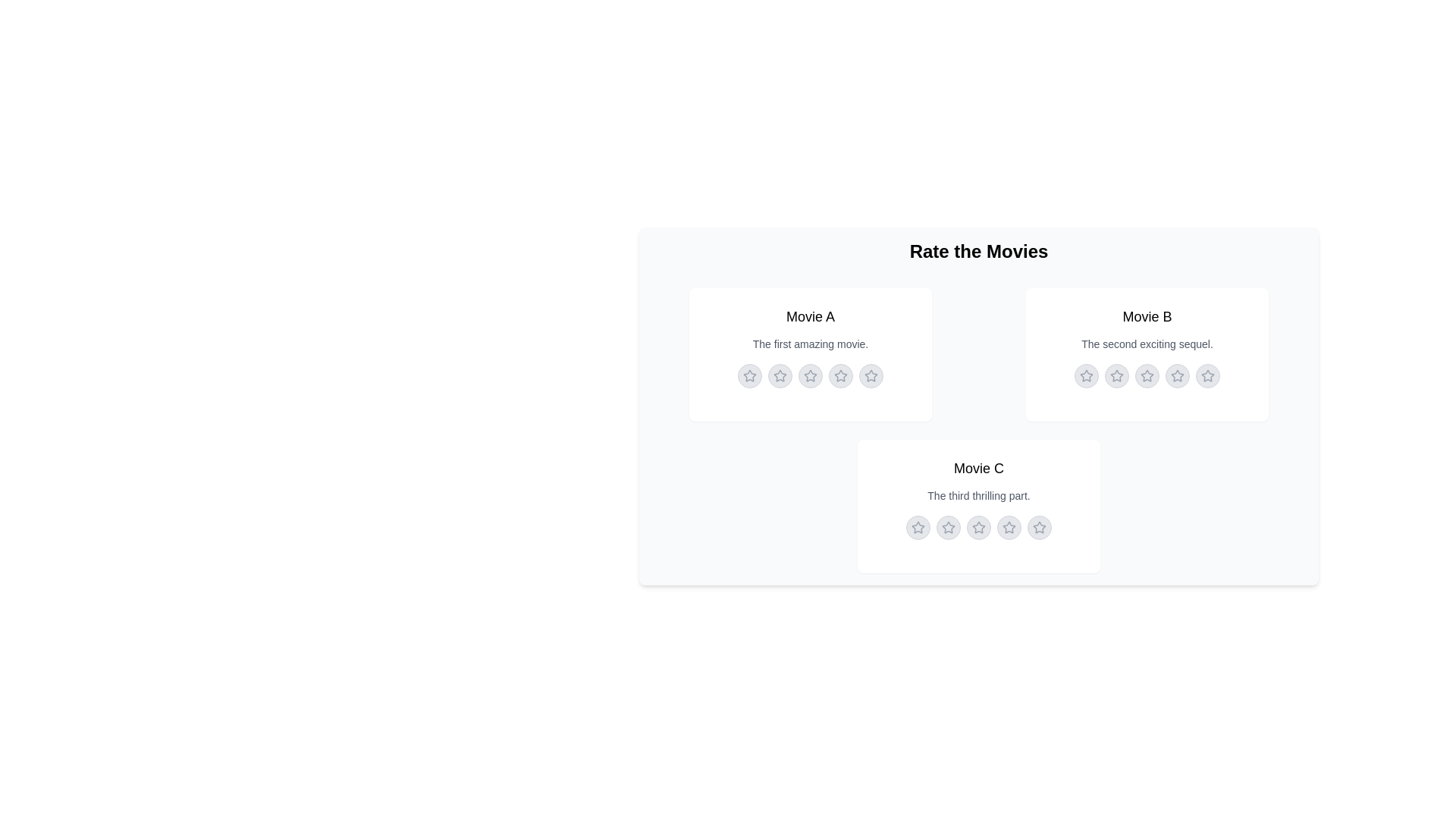 This screenshot has width=1456, height=819. What do you see at coordinates (809, 375) in the screenshot?
I see `the third star icon in the horizontal row of five stars located below the 'Movie A' box in the 'Rate the Movies' section` at bounding box center [809, 375].